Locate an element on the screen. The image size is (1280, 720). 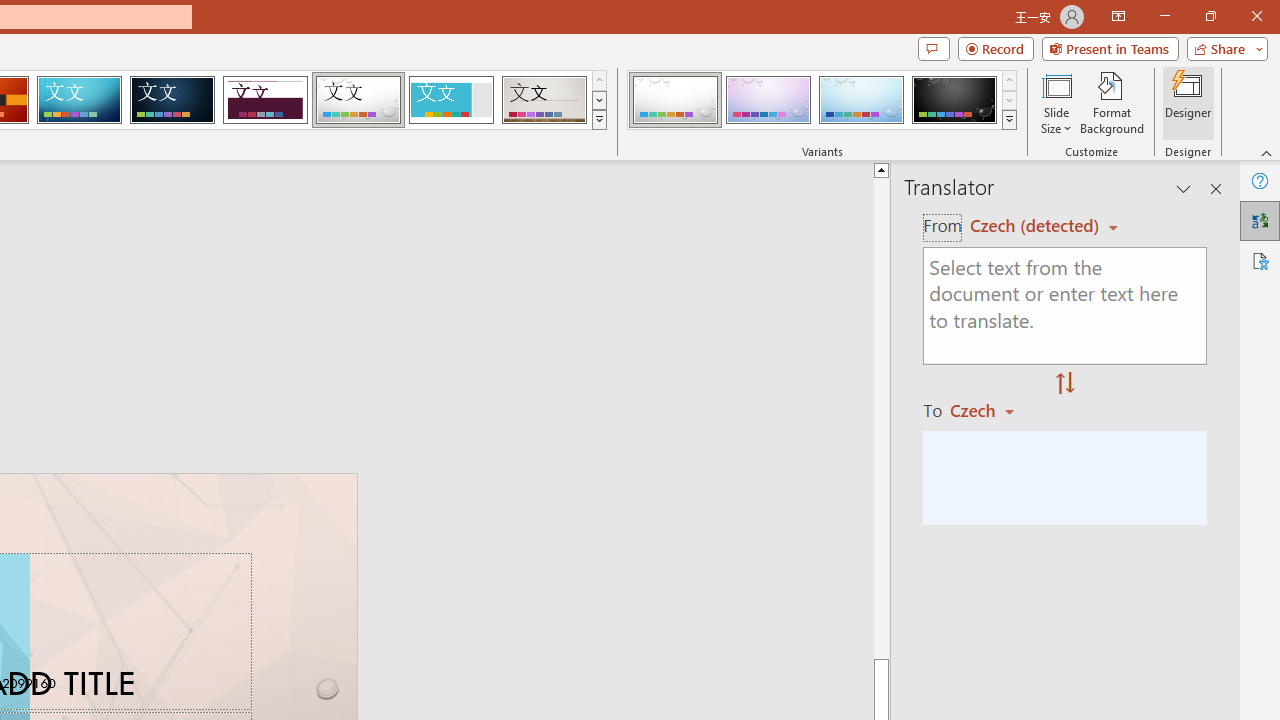
'Dividend' is located at coordinates (264, 100).